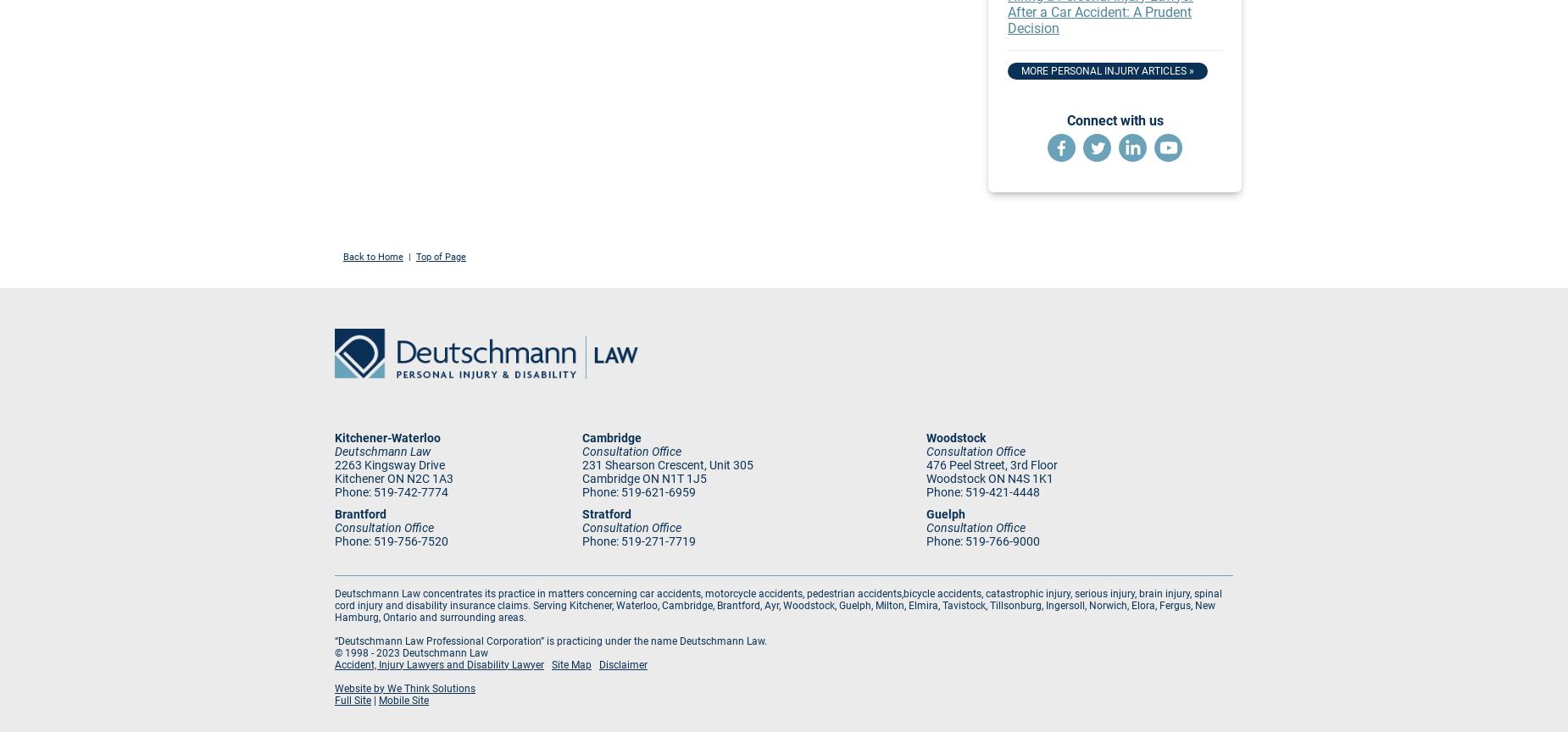  What do you see at coordinates (1011, 491) in the screenshot?
I see `'-421-4448'` at bounding box center [1011, 491].